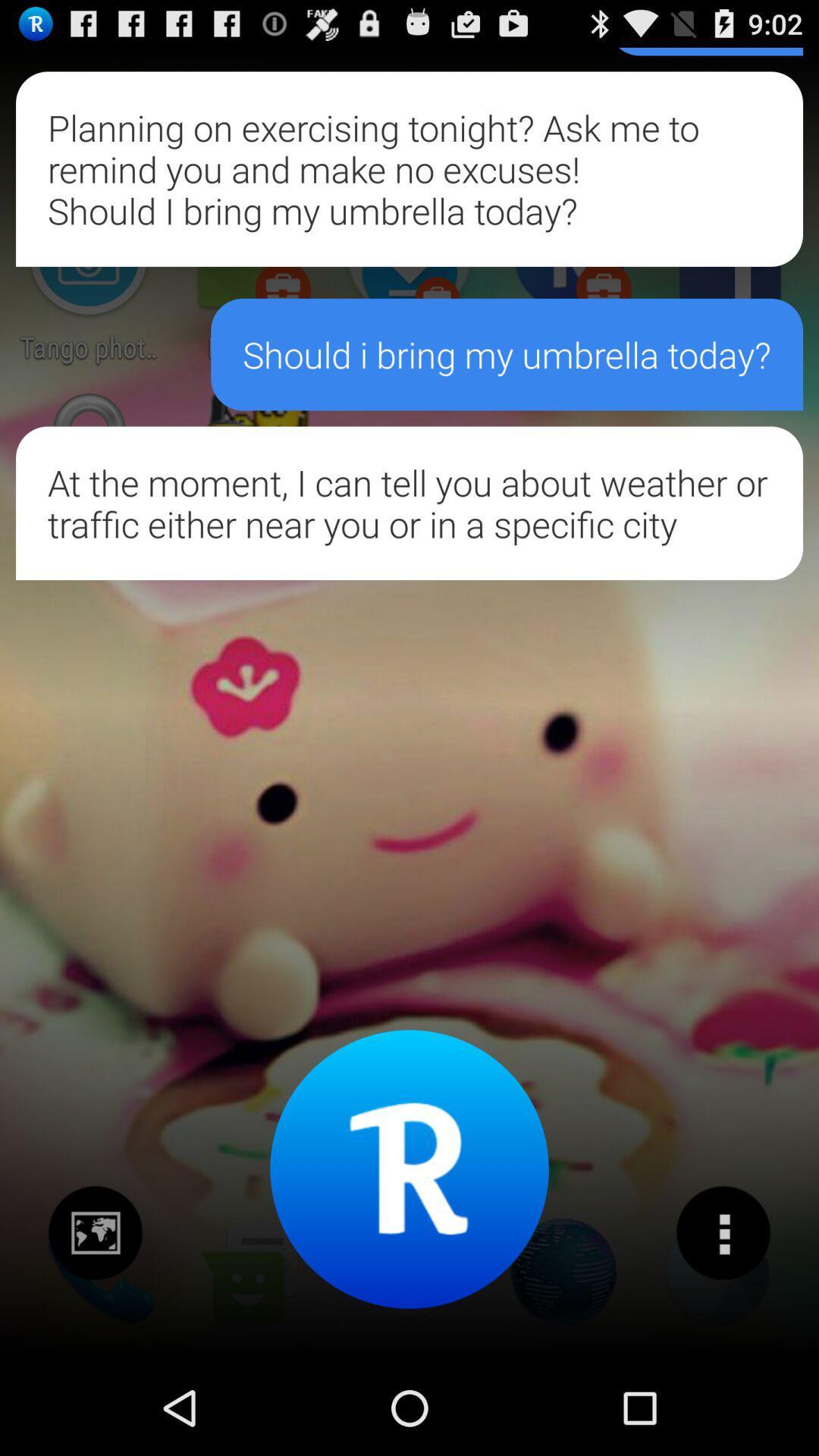  I want to click on some image, so click(96, 1233).